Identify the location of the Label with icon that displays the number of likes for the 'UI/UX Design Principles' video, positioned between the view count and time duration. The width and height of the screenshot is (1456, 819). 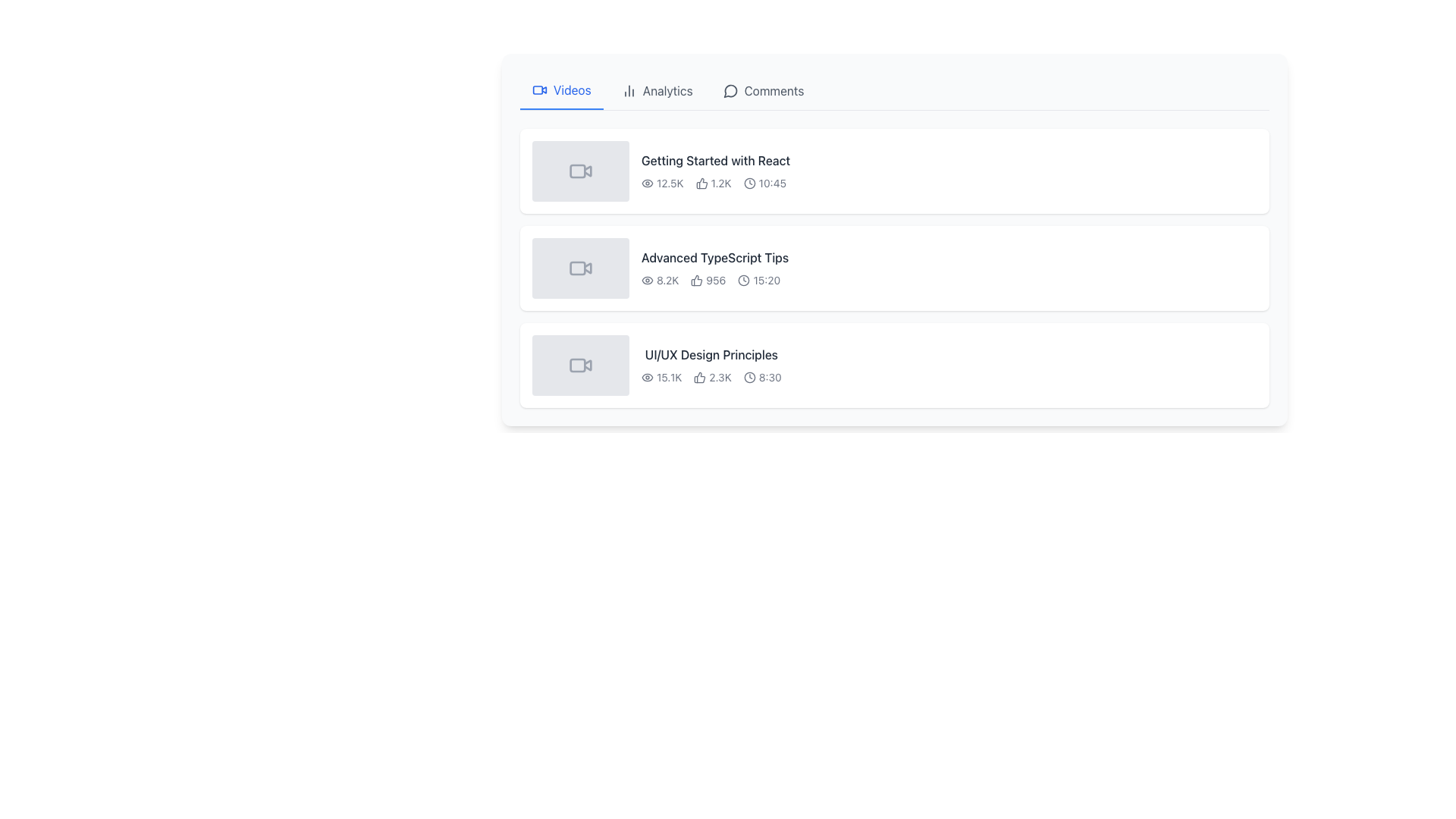
(712, 376).